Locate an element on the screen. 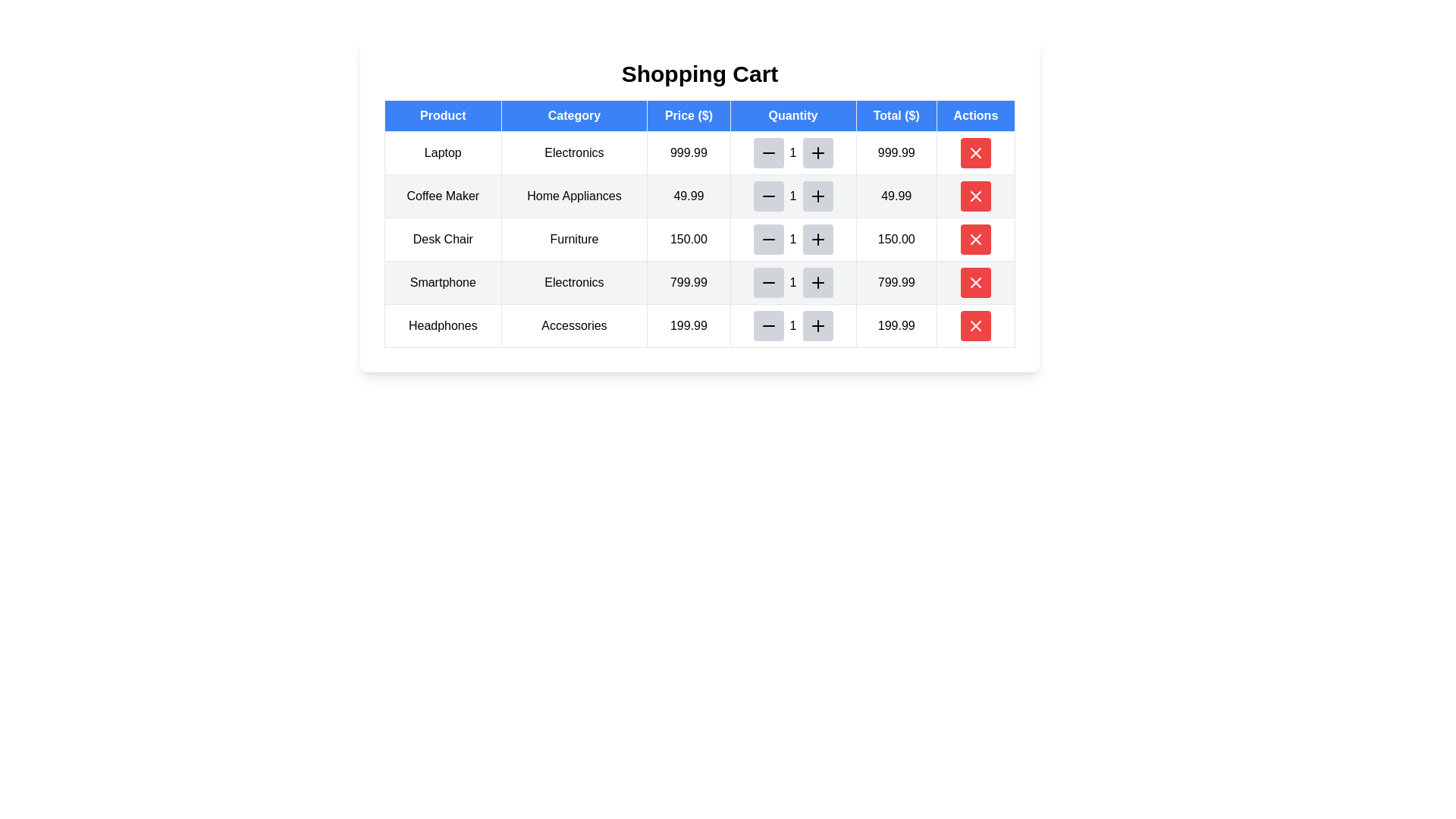  the 'Category' table header, which is the second item in the top row of the table, with a blue background and white bold text is located at coordinates (573, 115).